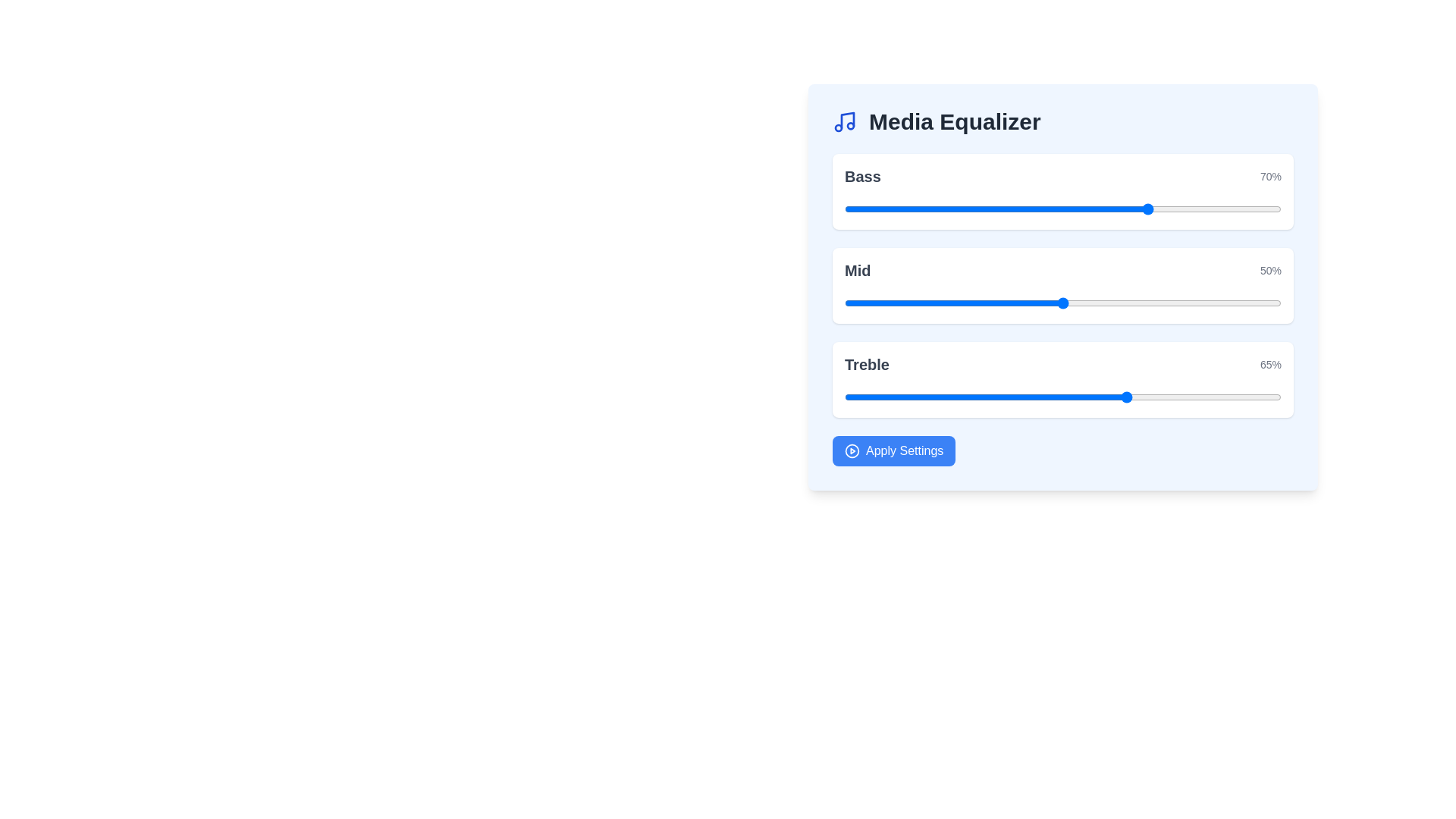  Describe the element at coordinates (1071, 397) in the screenshot. I see `treble` at that location.